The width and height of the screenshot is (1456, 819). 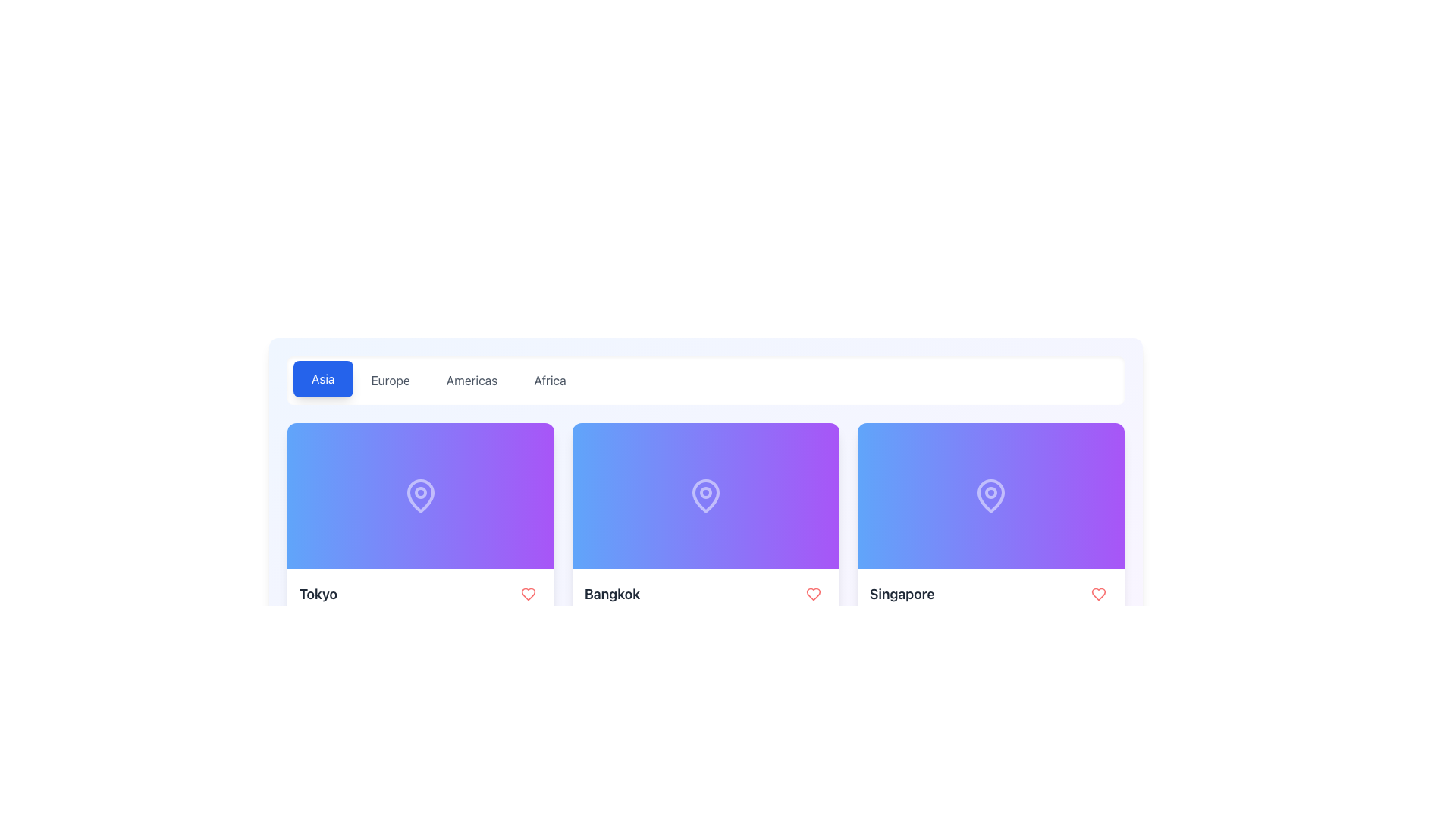 What do you see at coordinates (813, 593) in the screenshot?
I see `the heart icon in the lower-right corner of the card for 'Singapore'` at bounding box center [813, 593].